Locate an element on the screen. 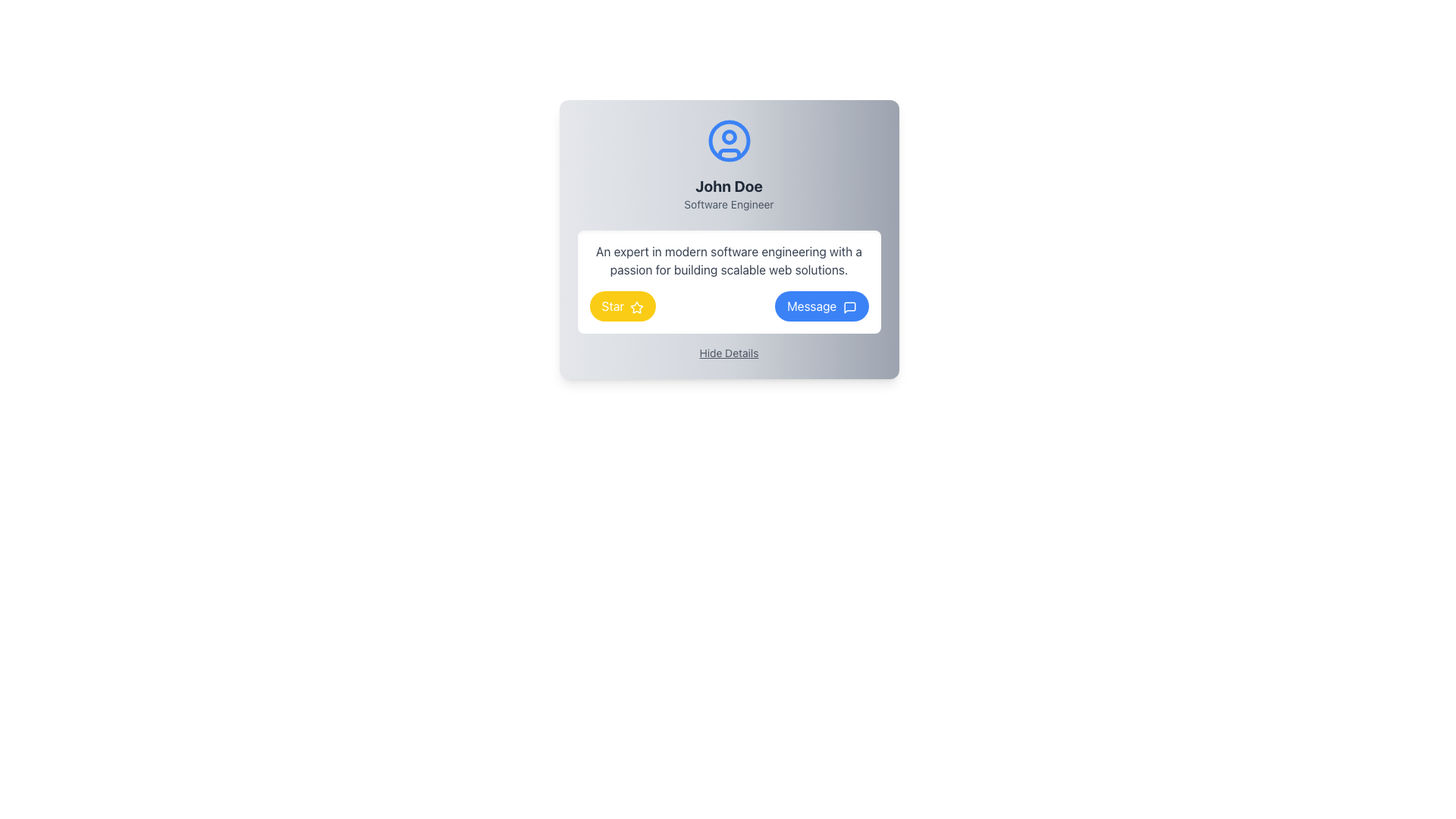  the star icon located within the button labeled 'Star' to interact with it is located at coordinates (637, 307).